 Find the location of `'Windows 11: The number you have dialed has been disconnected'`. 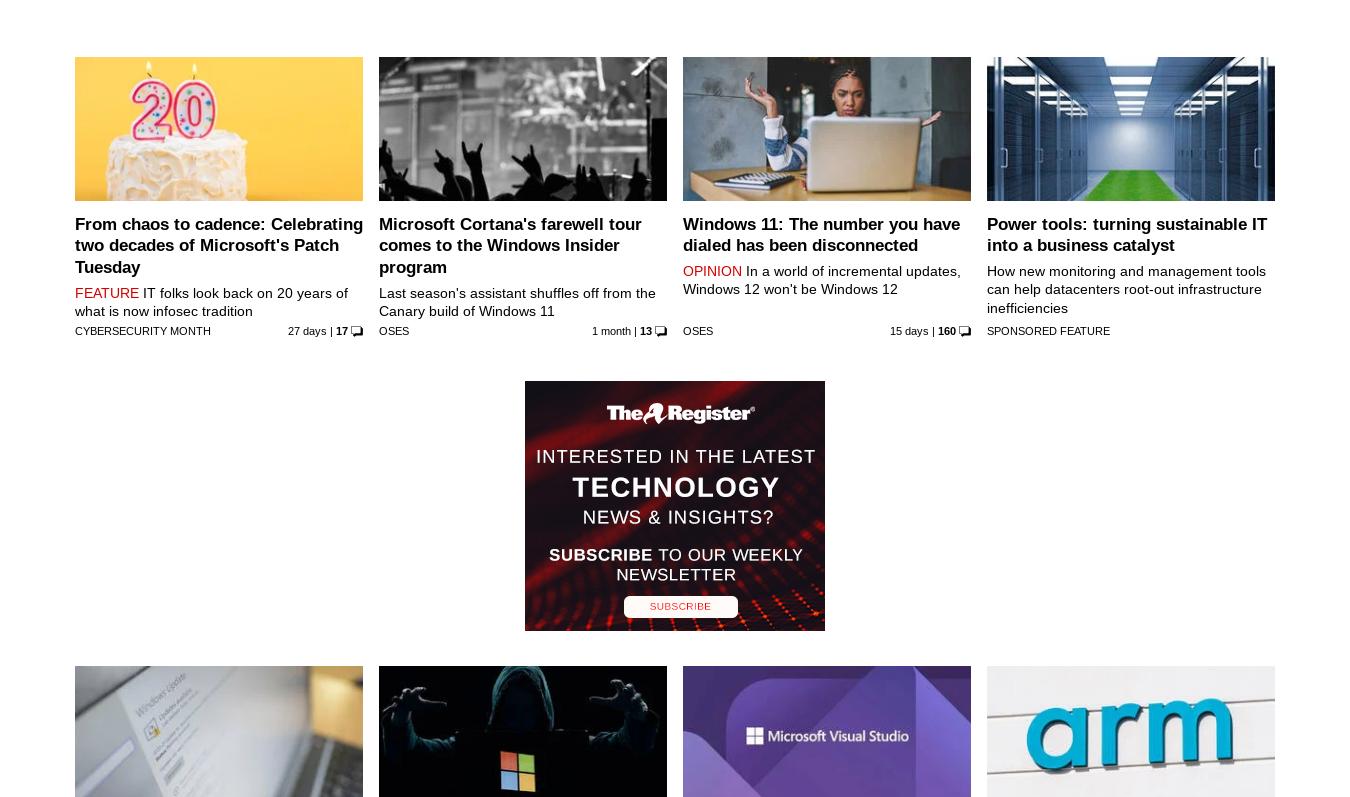

'Windows 11: The number you have dialed has been disconnected' is located at coordinates (821, 234).